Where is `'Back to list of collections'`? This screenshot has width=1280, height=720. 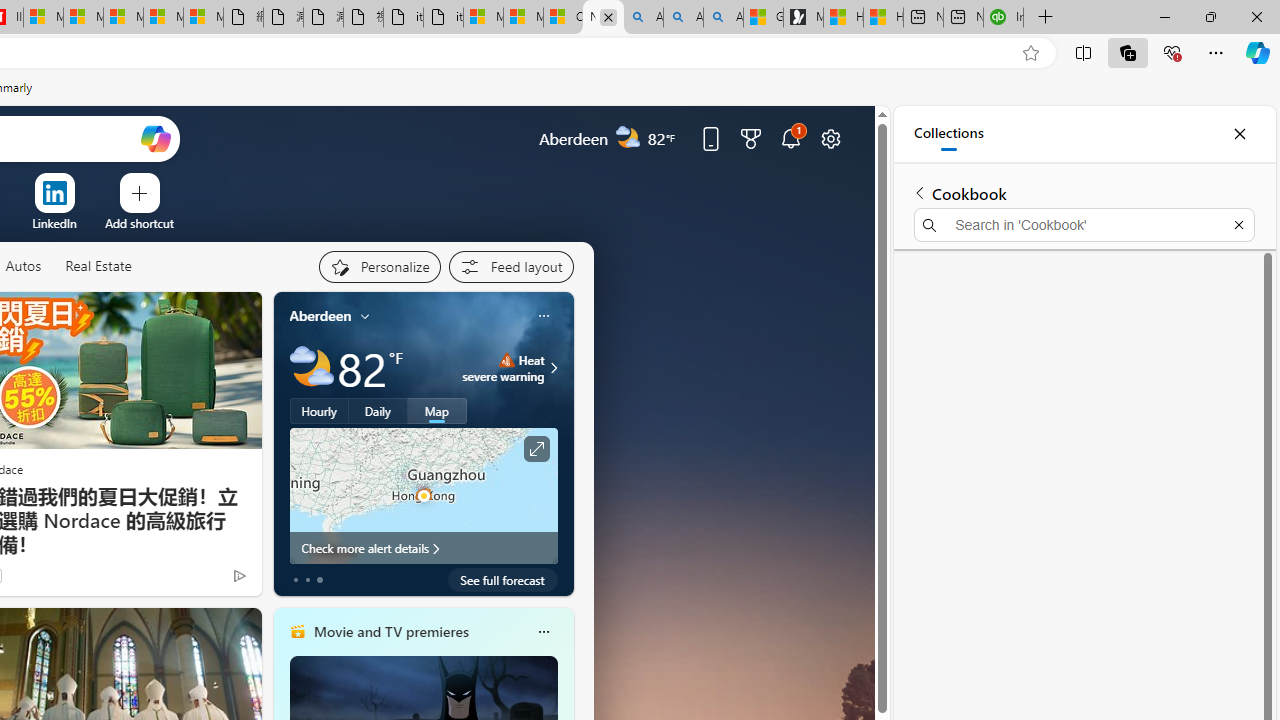 'Back to list of collections' is located at coordinates (919, 192).